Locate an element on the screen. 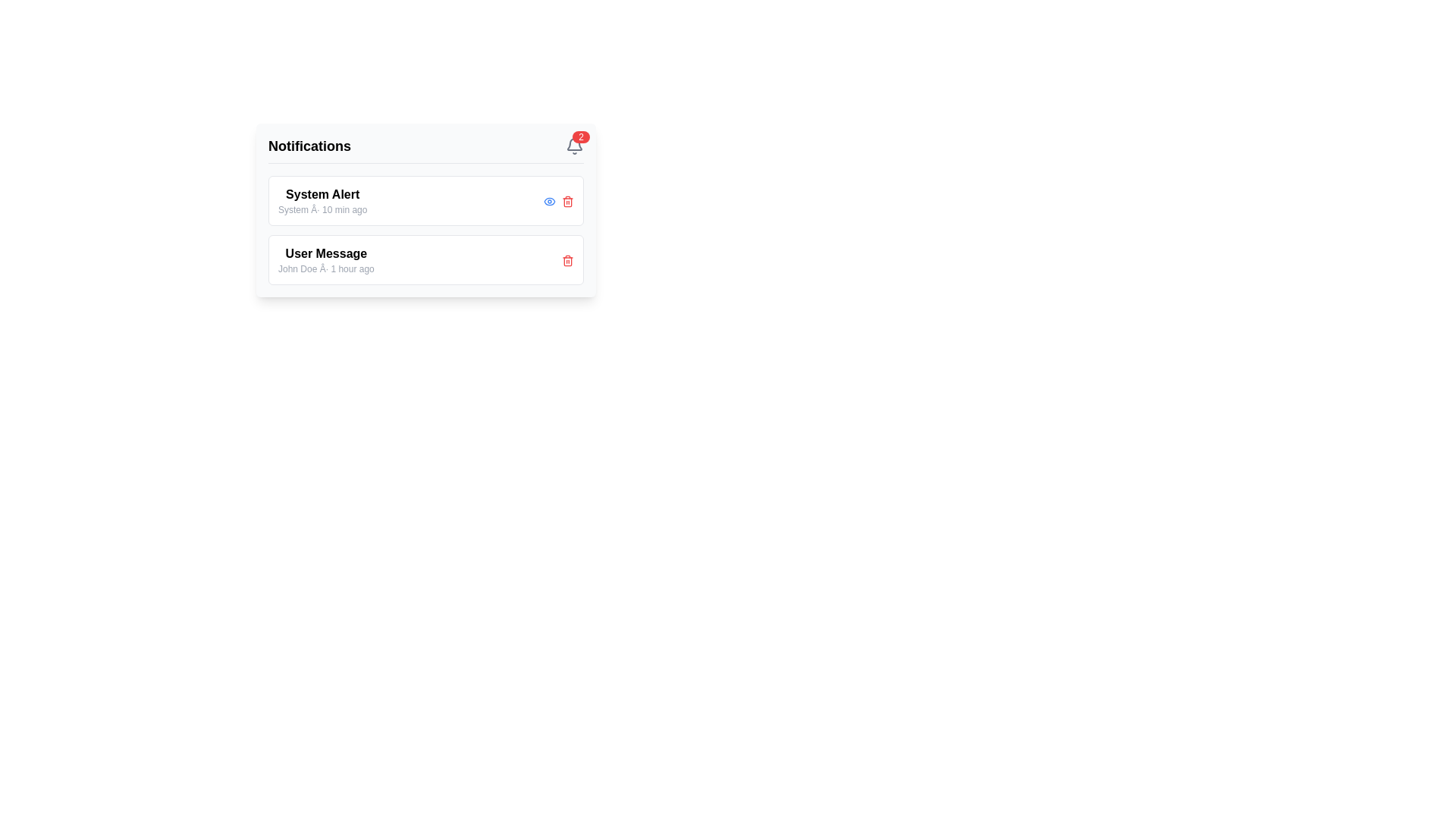  the visibility icon, which is a small blue eye SVG located in the second notification row is located at coordinates (548, 200).